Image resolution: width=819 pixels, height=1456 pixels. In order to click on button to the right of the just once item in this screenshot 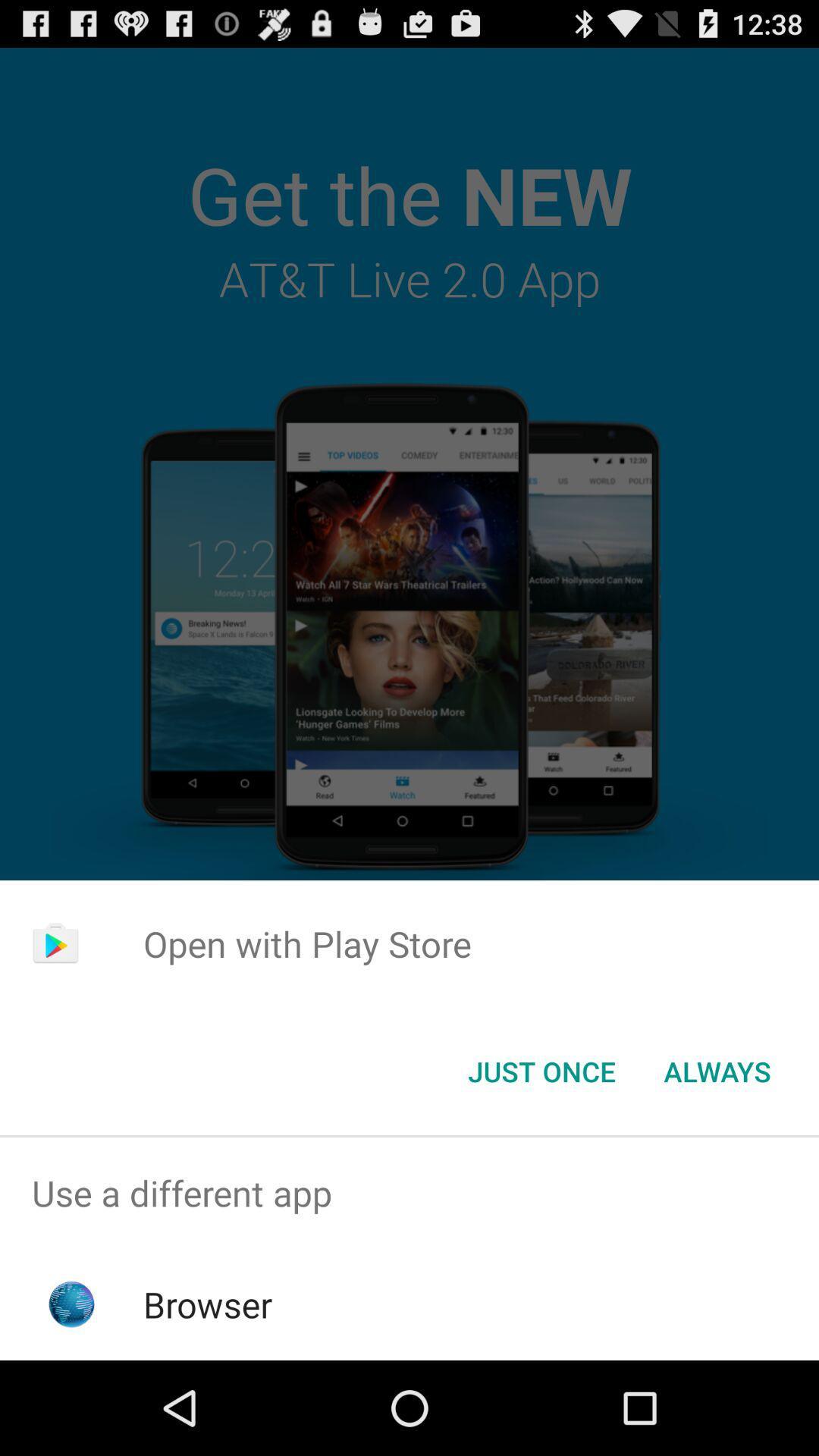, I will do `click(717, 1070)`.